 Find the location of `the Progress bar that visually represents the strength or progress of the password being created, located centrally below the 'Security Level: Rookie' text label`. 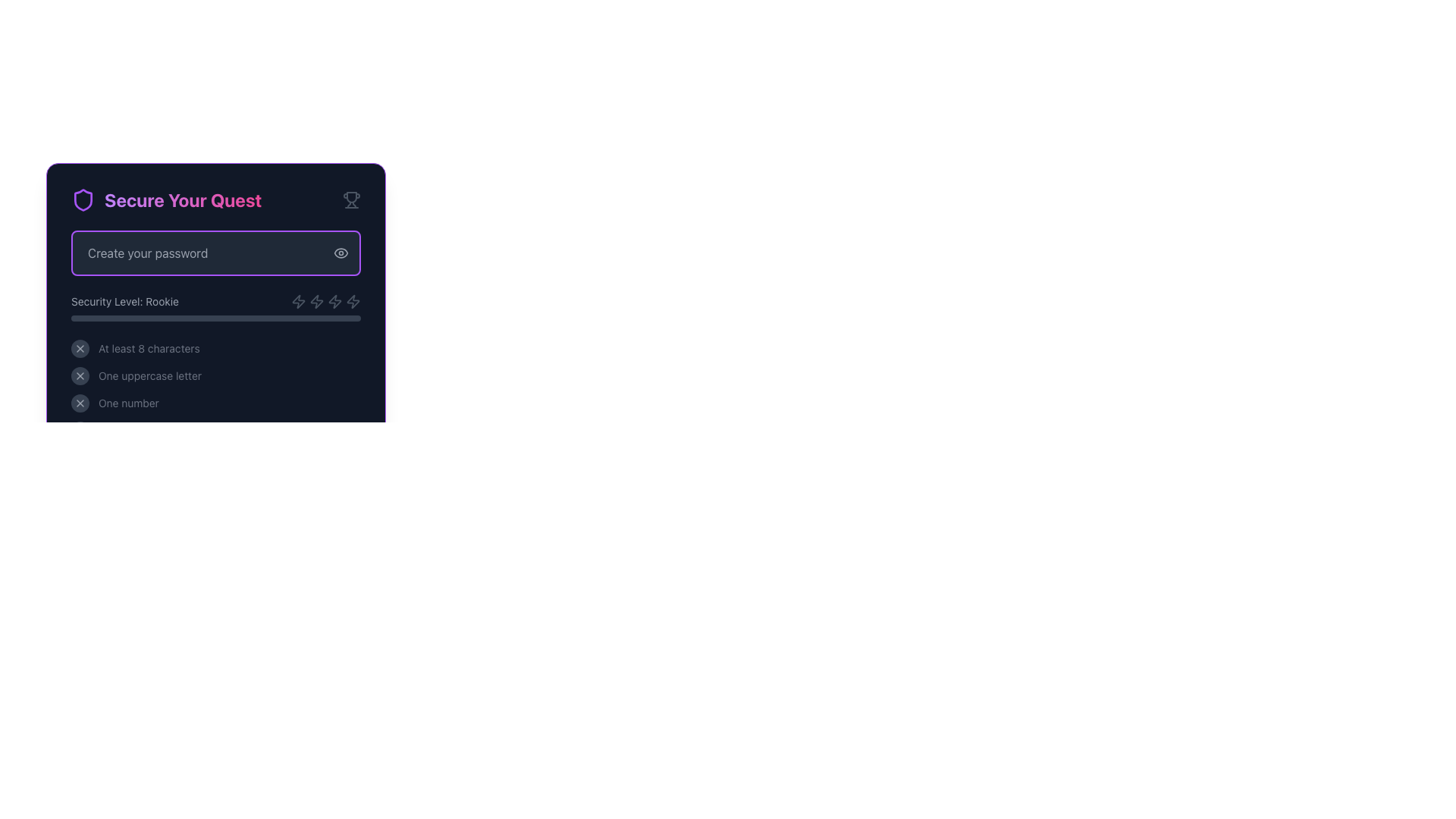

the Progress bar that visually represents the strength or progress of the password being created, located centrally below the 'Security Level: Rookie' text label is located at coordinates (215, 318).